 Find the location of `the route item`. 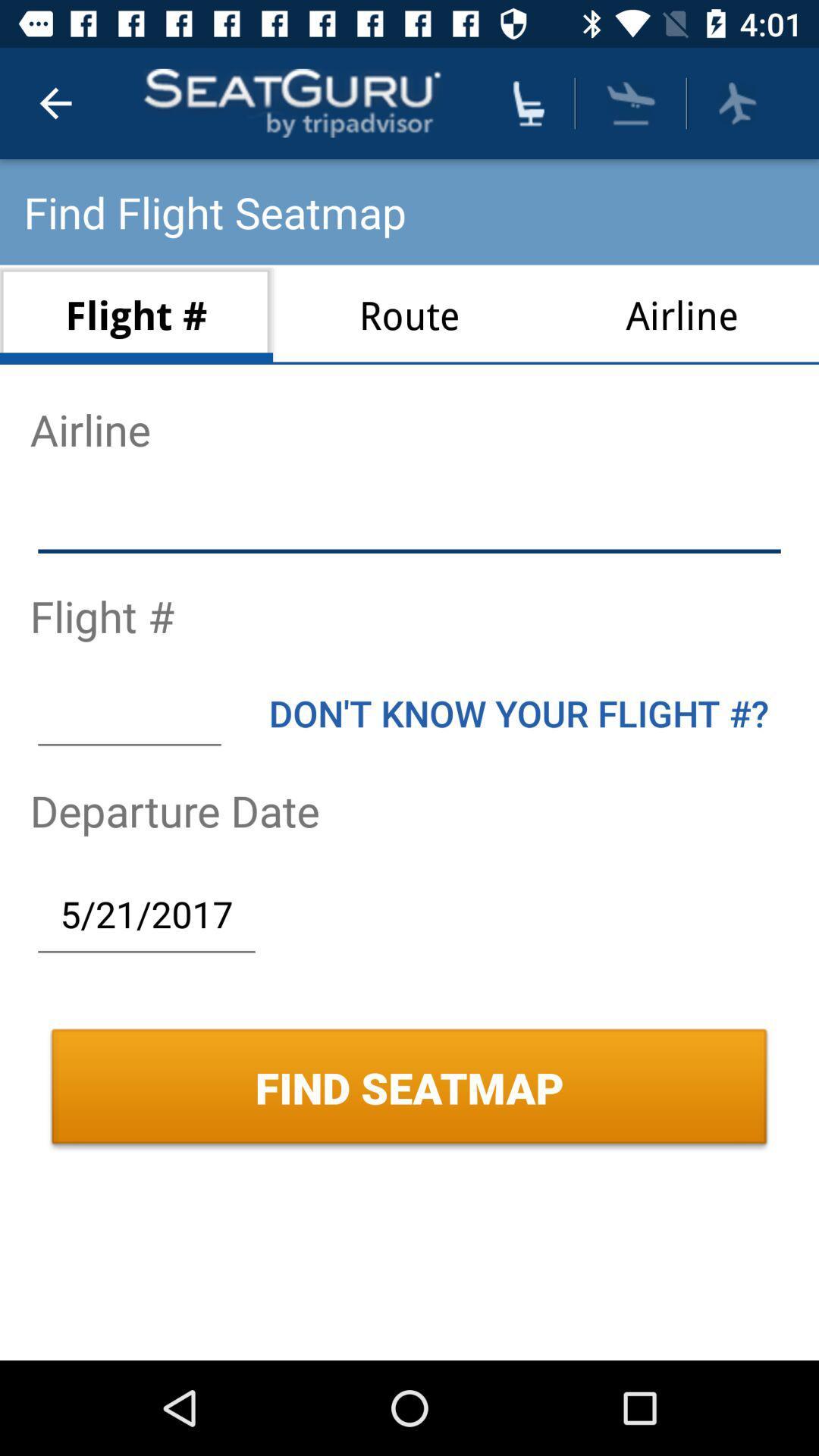

the route item is located at coordinates (409, 314).